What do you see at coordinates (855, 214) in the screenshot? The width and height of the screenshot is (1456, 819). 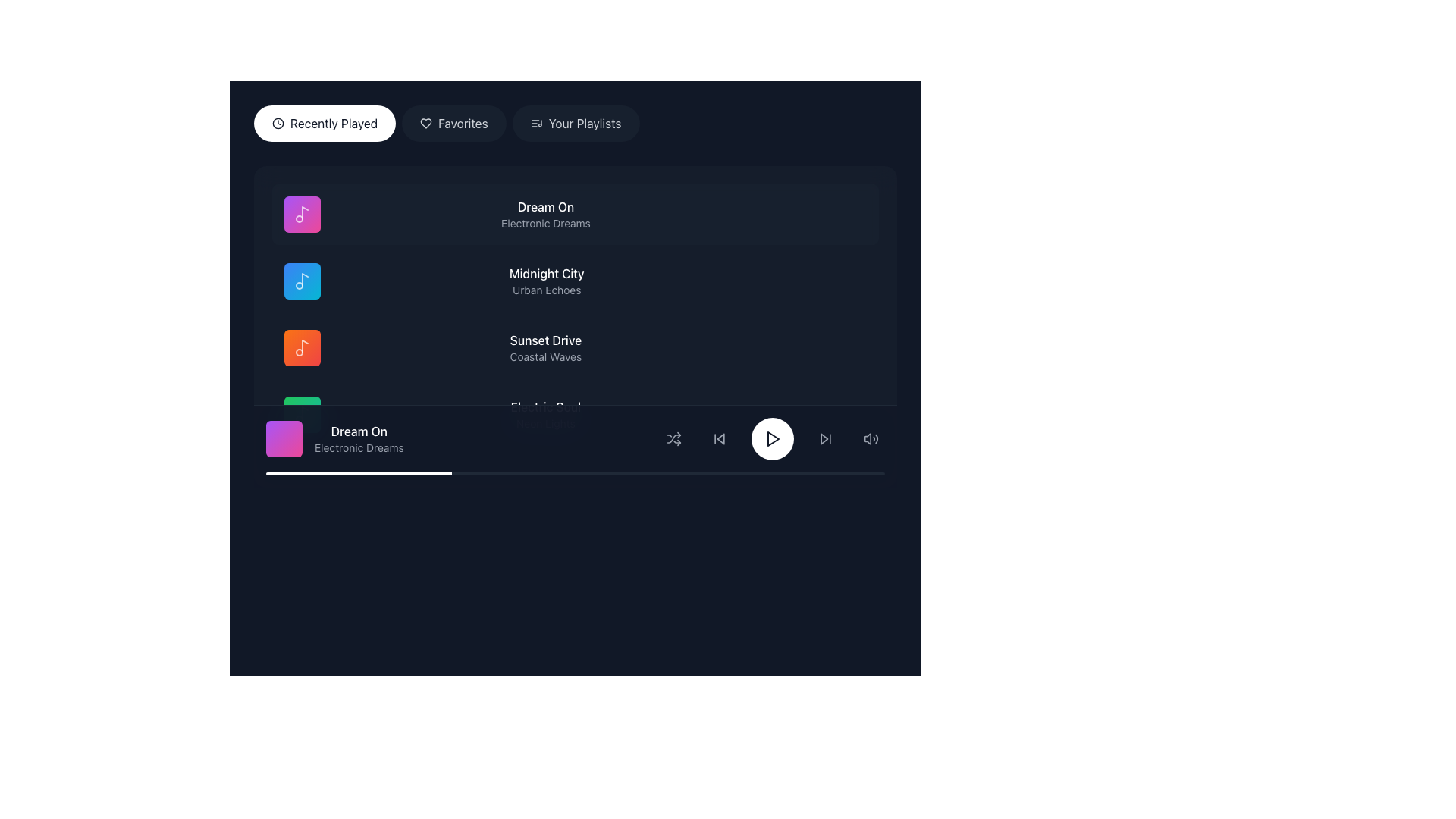 I see `the circular options button with three horizontally aligned gray dots located in the top-right corner of the 'Dream On' song row` at bounding box center [855, 214].